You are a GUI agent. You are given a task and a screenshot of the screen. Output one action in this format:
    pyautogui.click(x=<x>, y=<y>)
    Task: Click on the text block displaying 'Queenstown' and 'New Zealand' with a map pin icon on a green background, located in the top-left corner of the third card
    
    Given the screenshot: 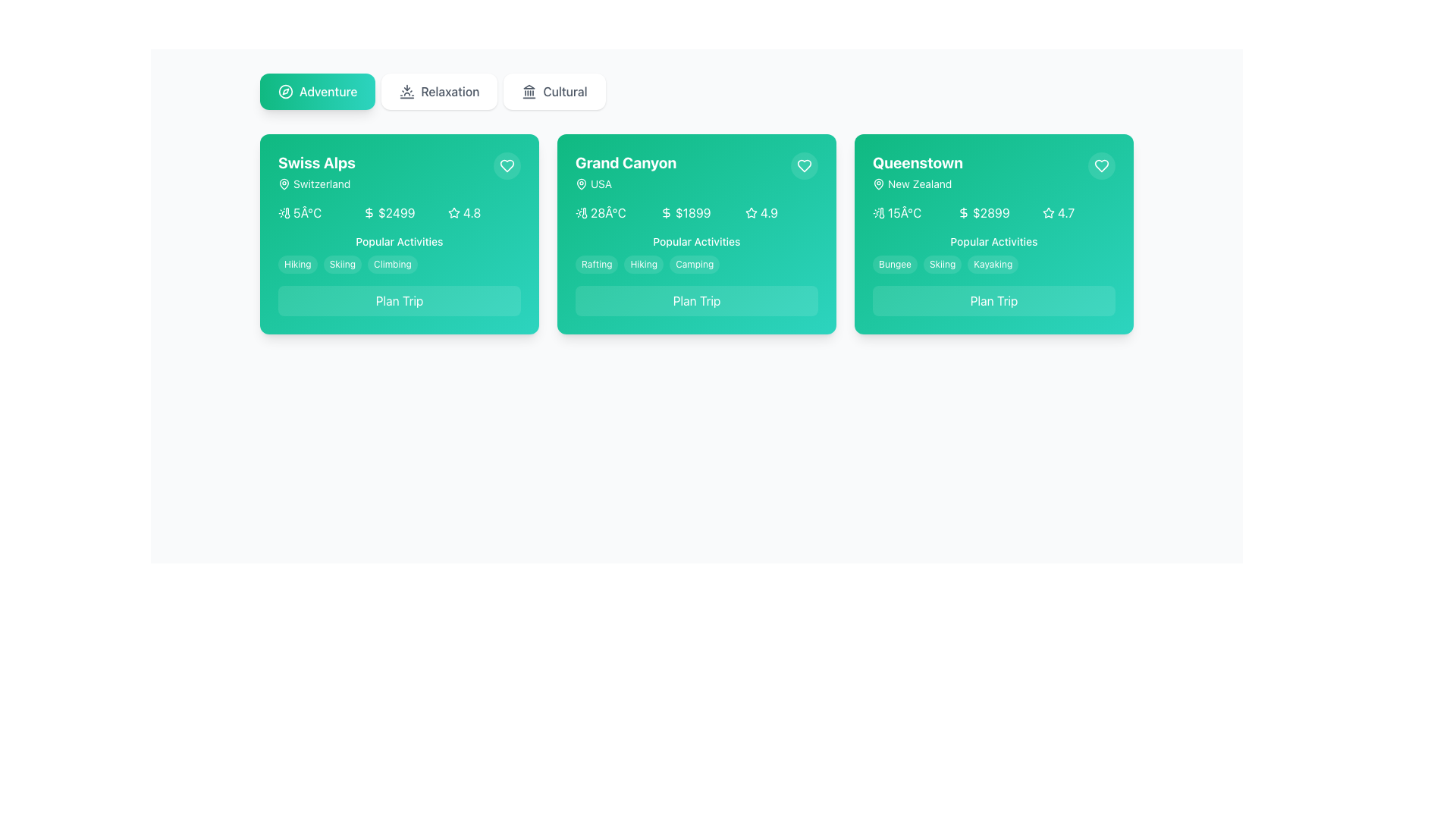 What is the action you would take?
    pyautogui.click(x=917, y=171)
    